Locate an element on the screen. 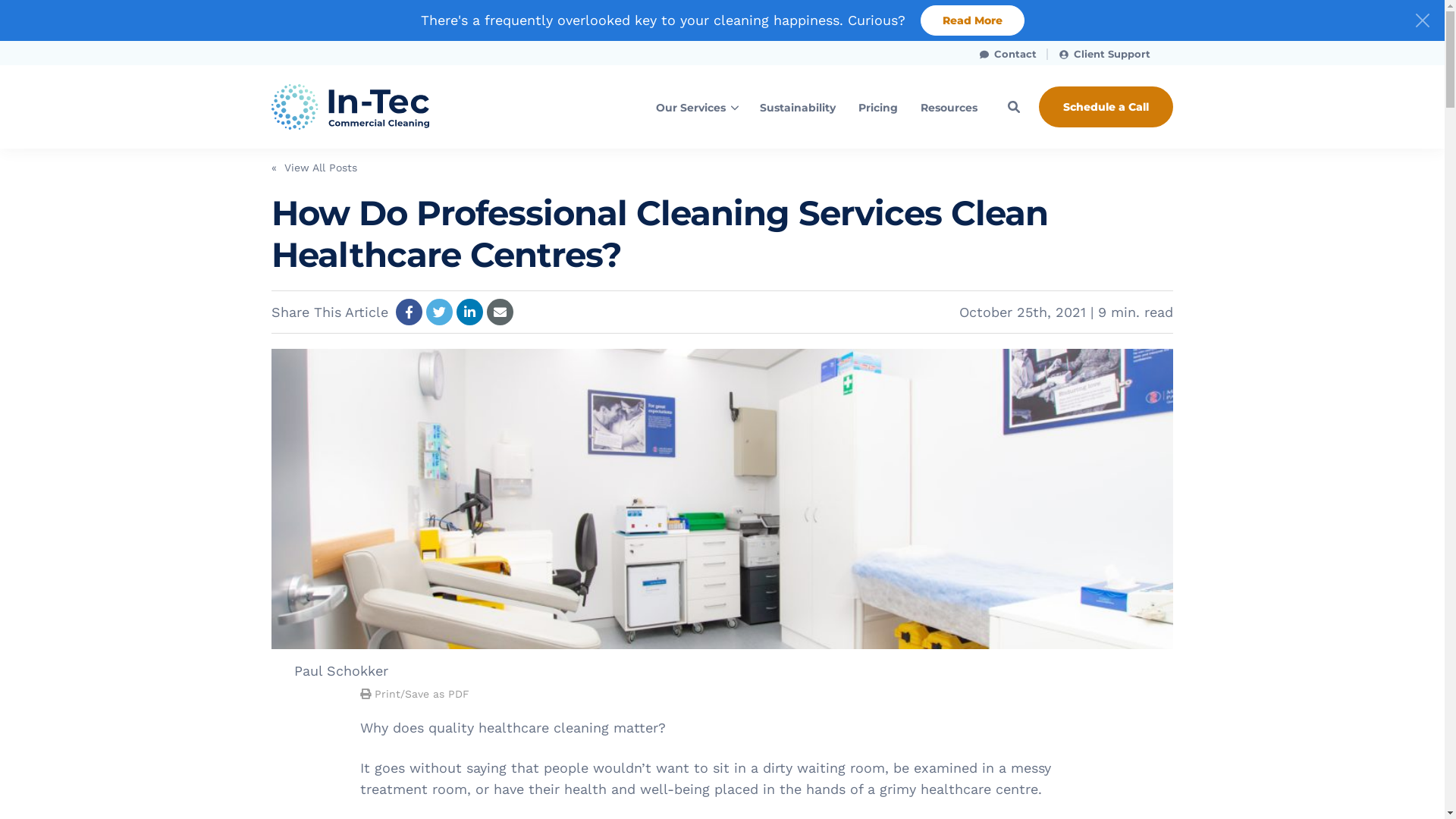 The image size is (1456, 819). 'Resources' is located at coordinates (948, 106).